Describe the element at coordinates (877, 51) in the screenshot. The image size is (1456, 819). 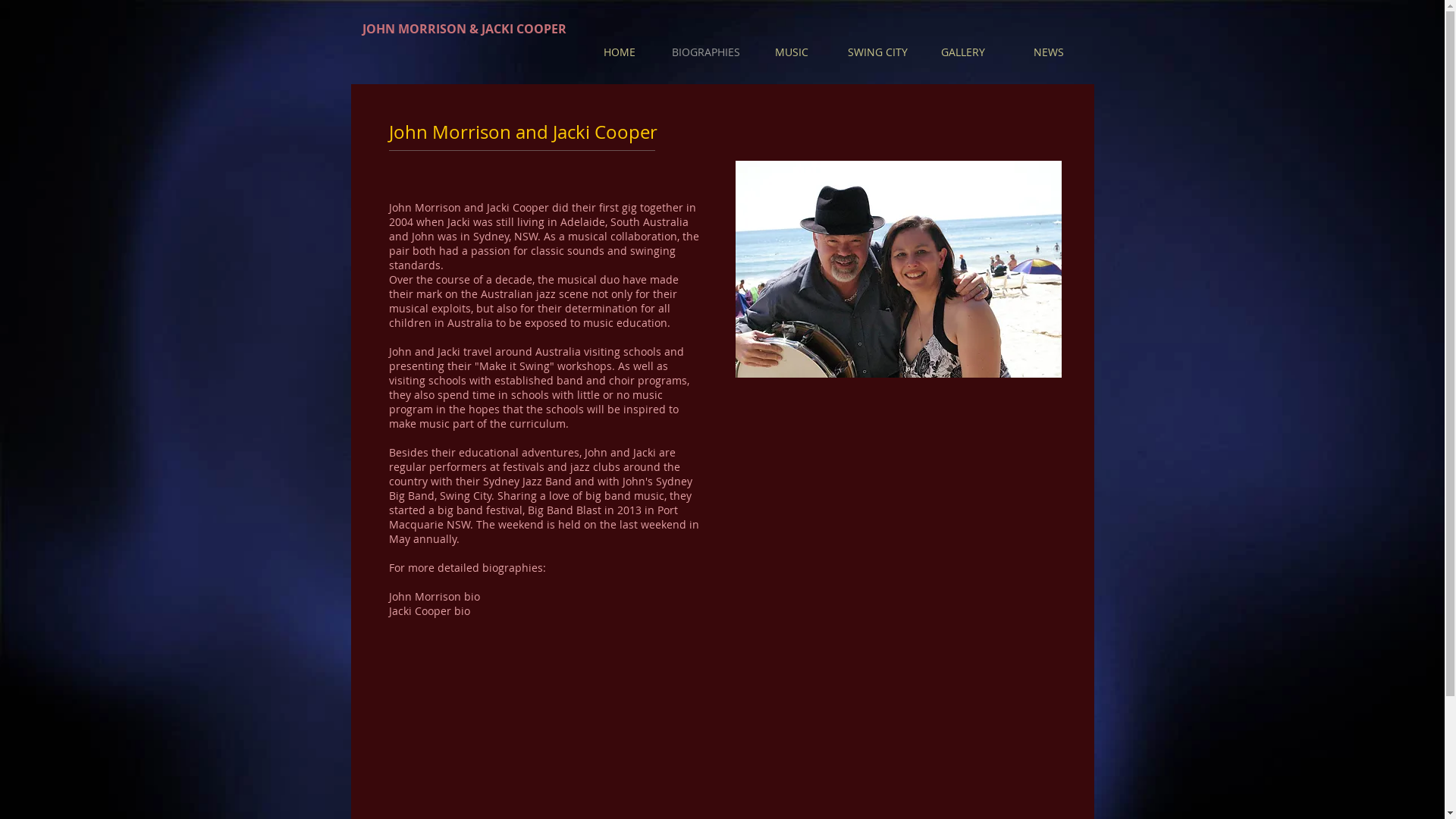
I see `'SWING CITY'` at that location.